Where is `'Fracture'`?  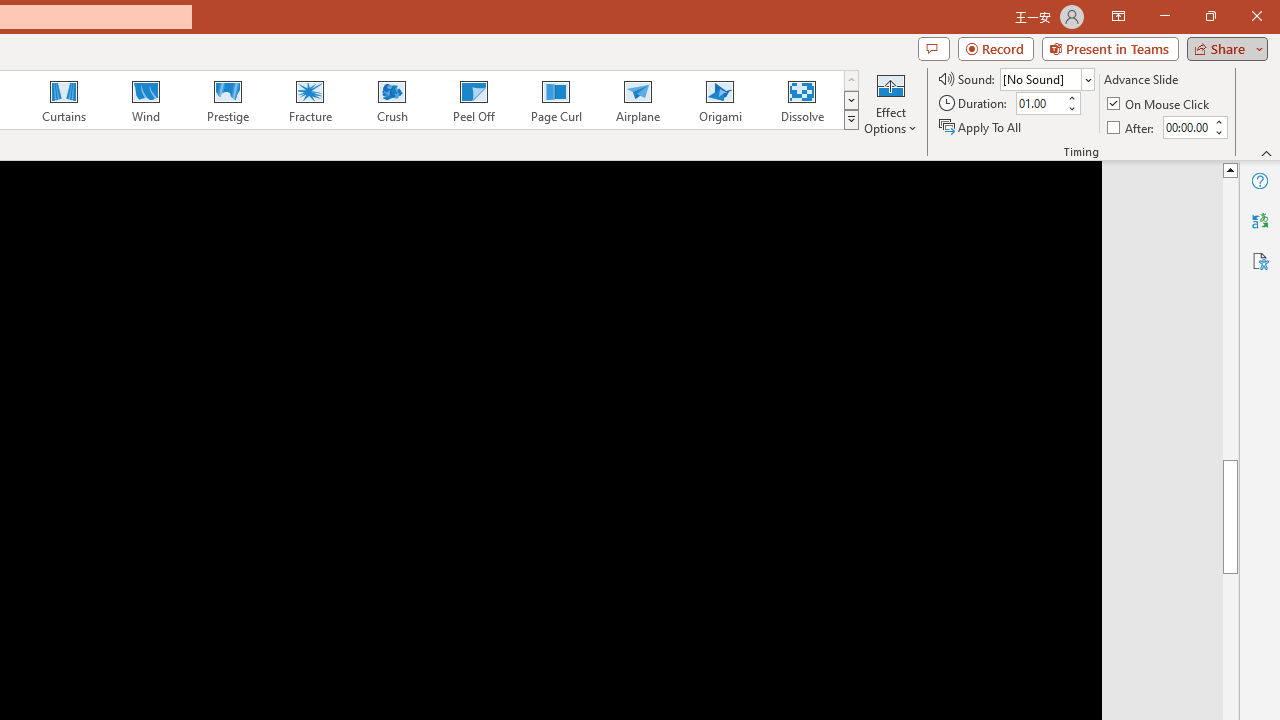 'Fracture' is located at coordinates (308, 100).